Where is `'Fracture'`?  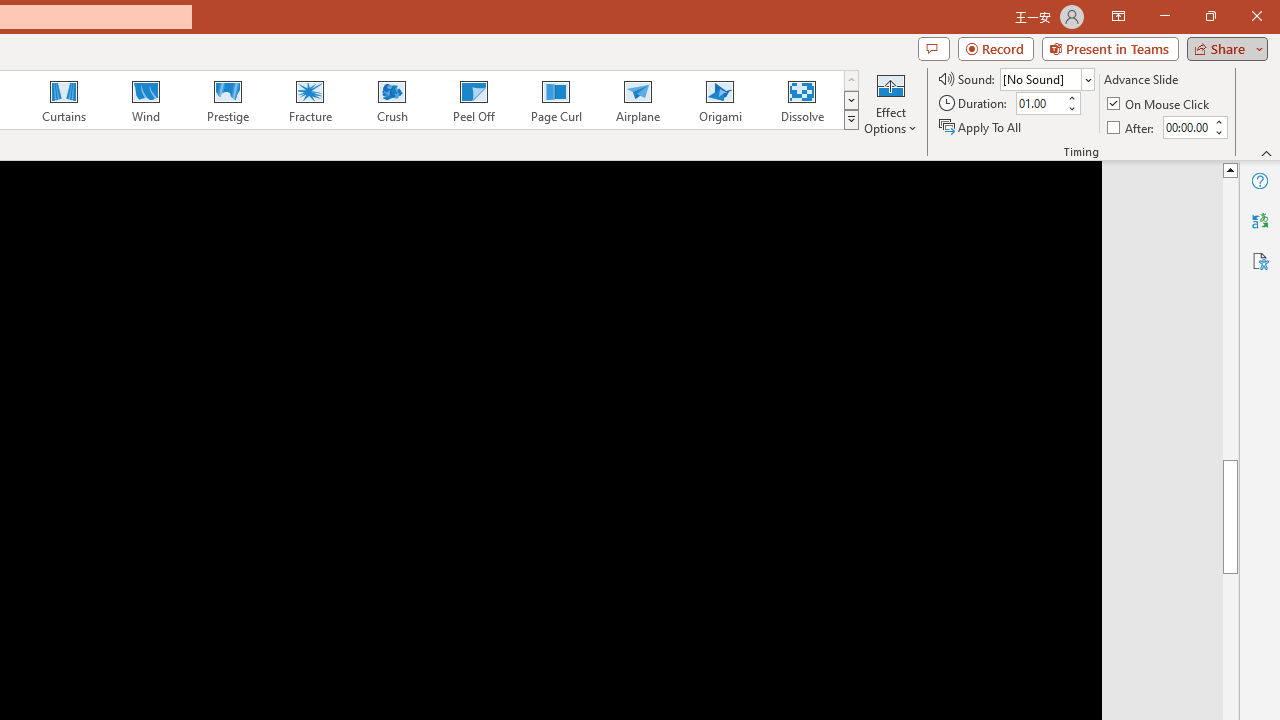 'Fracture' is located at coordinates (308, 100).